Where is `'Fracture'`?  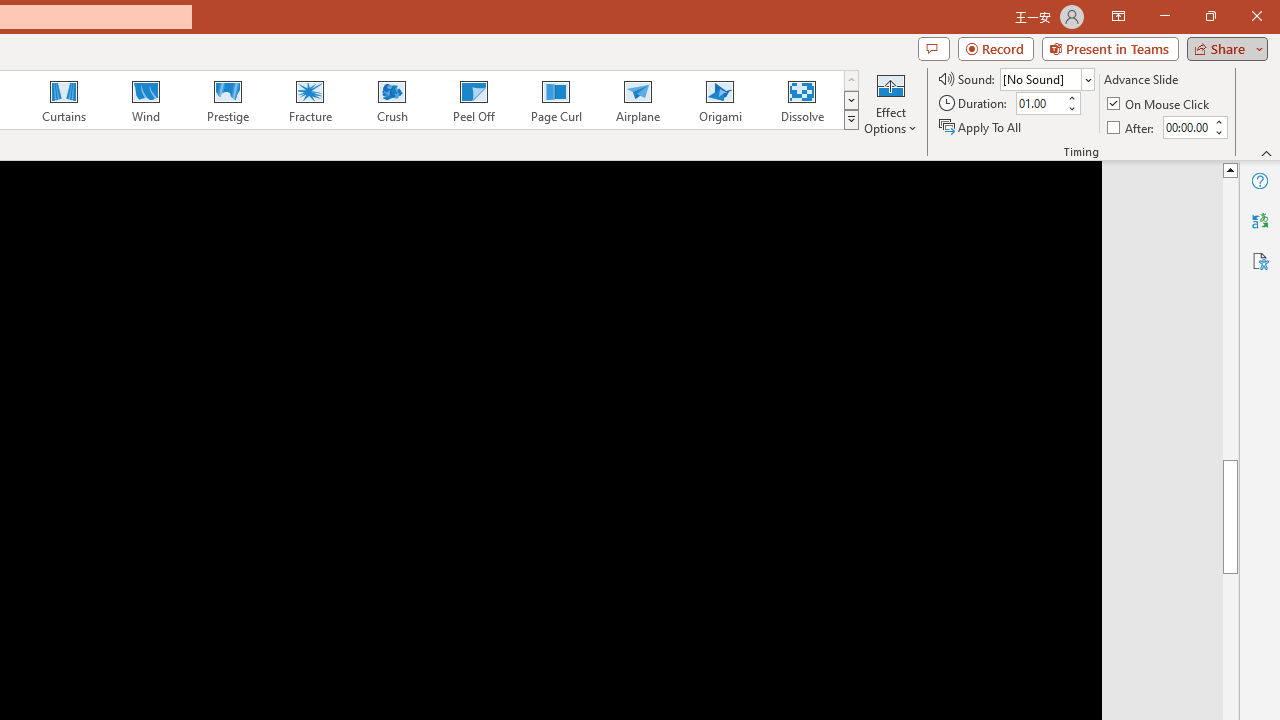 'Fracture' is located at coordinates (308, 100).